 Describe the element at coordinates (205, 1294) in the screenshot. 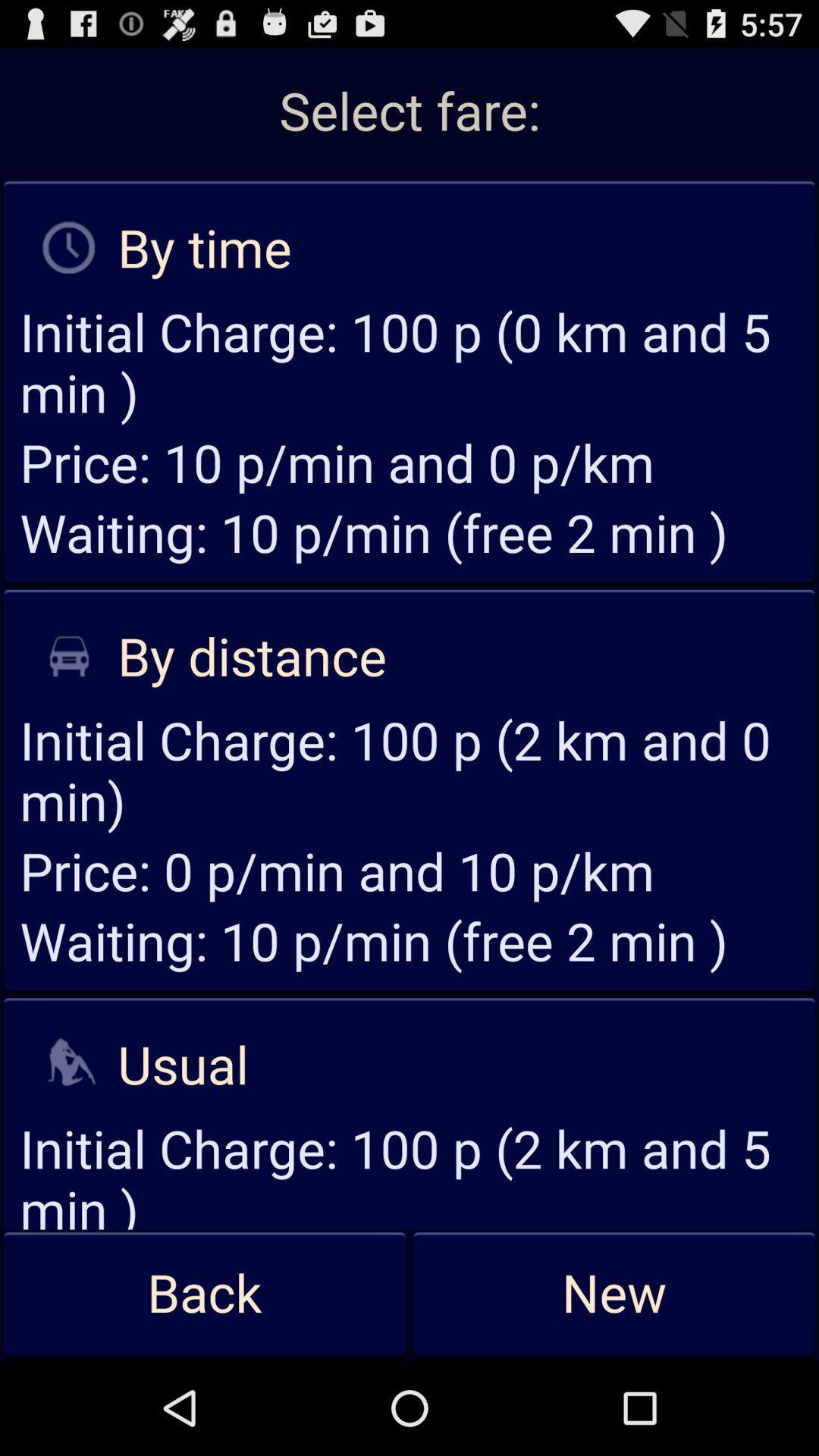

I see `icon at the bottom left corner` at that location.